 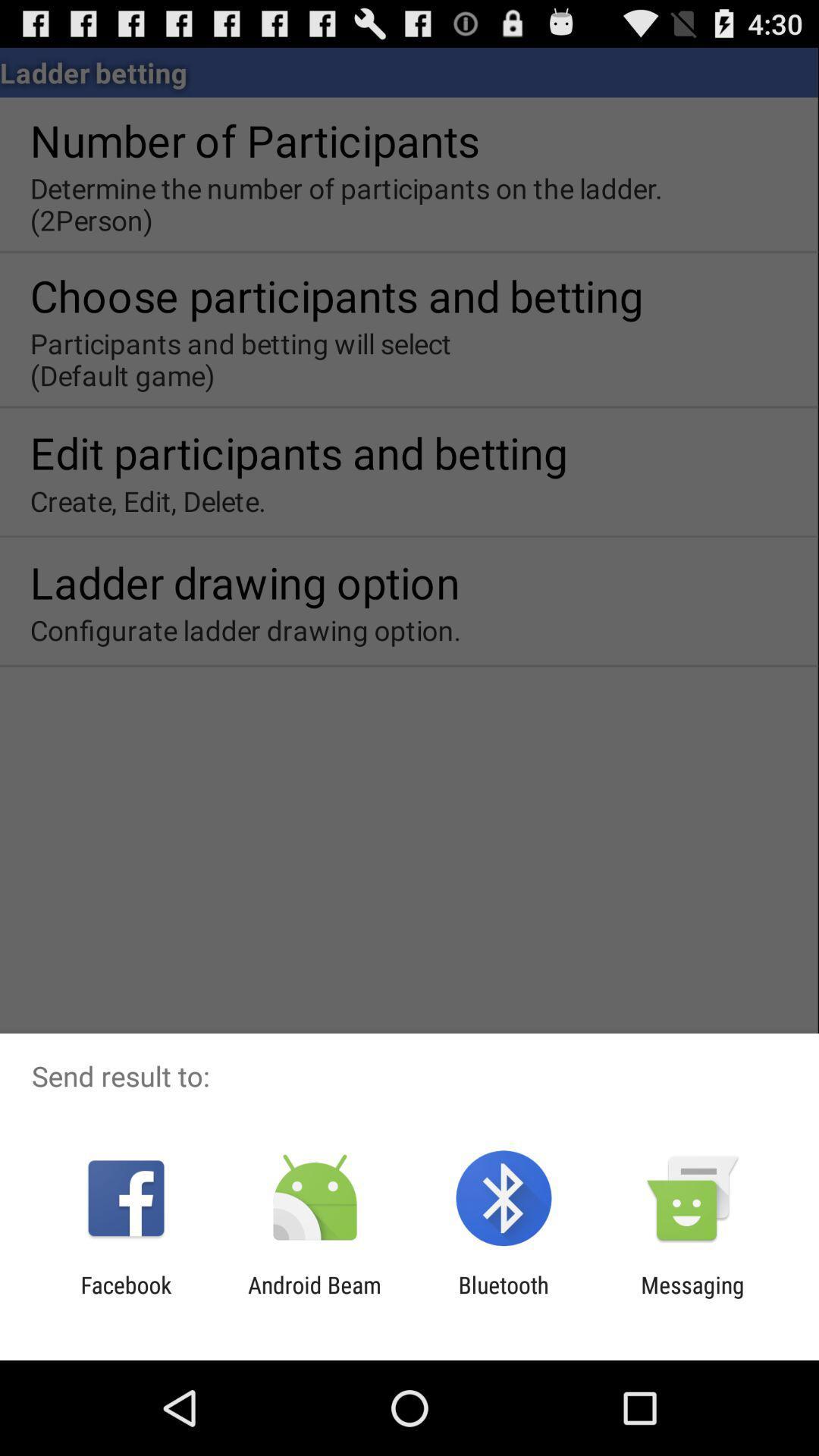 I want to click on the icon next to messaging icon, so click(x=504, y=1298).